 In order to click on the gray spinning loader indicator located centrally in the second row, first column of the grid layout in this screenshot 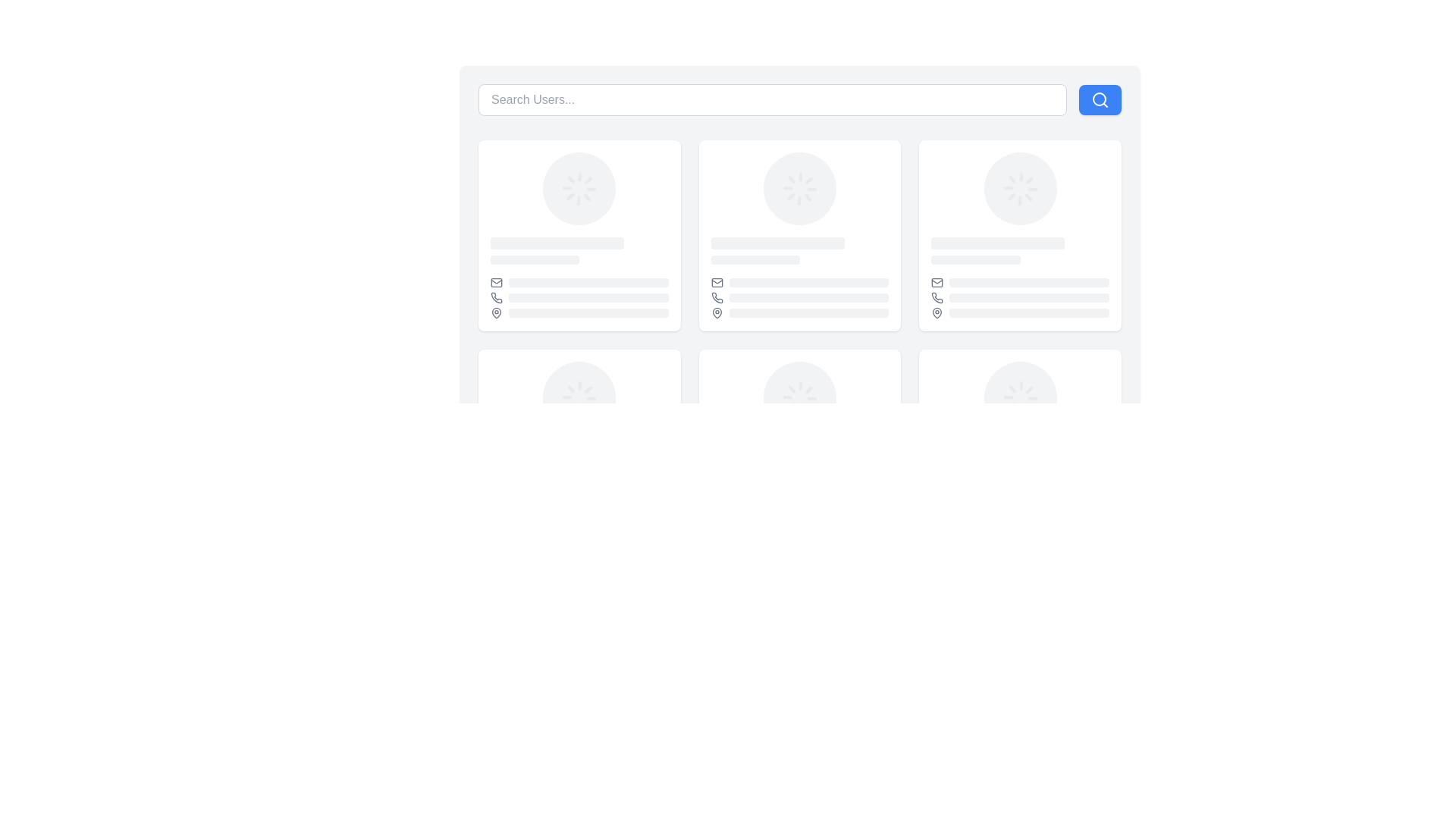, I will do `click(579, 397)`.